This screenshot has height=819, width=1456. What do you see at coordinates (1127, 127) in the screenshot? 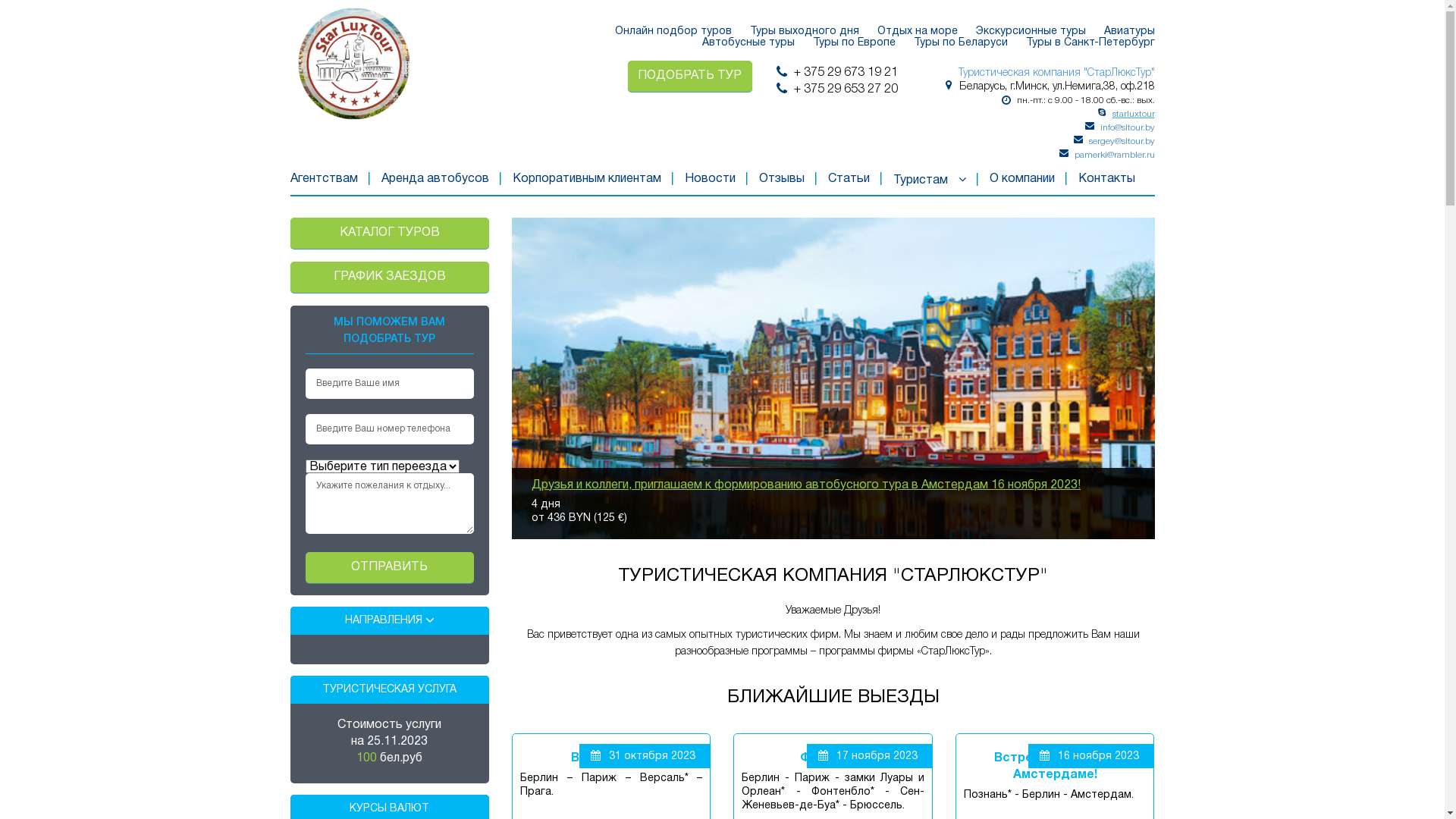
I see `'info@sltour.by'` at bounding box center [1127, 127].